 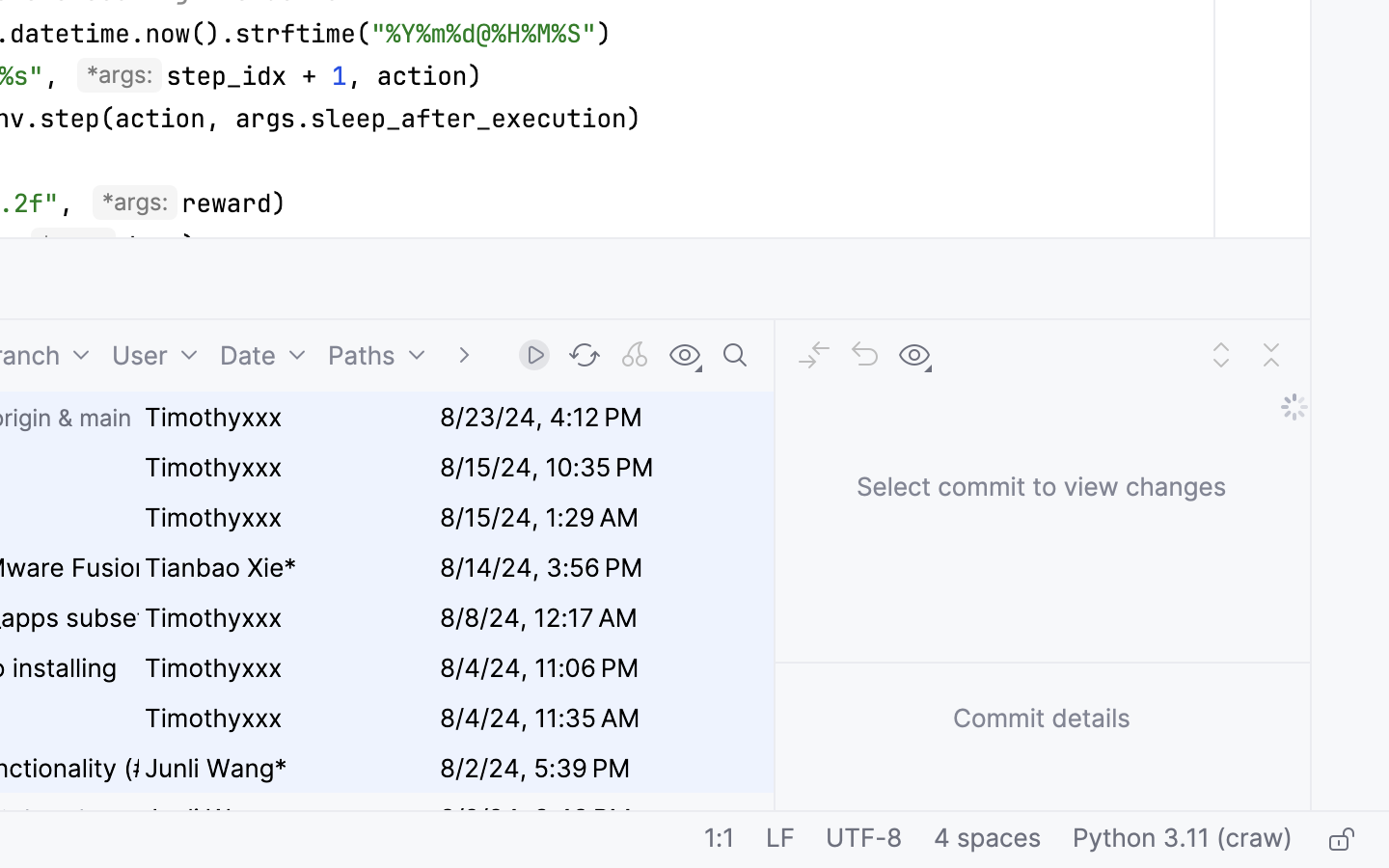 What do you see at coordinates (1339, 840) in the screenshot?
I see `'Make file read-only'` at bounding box center [1339, 840].